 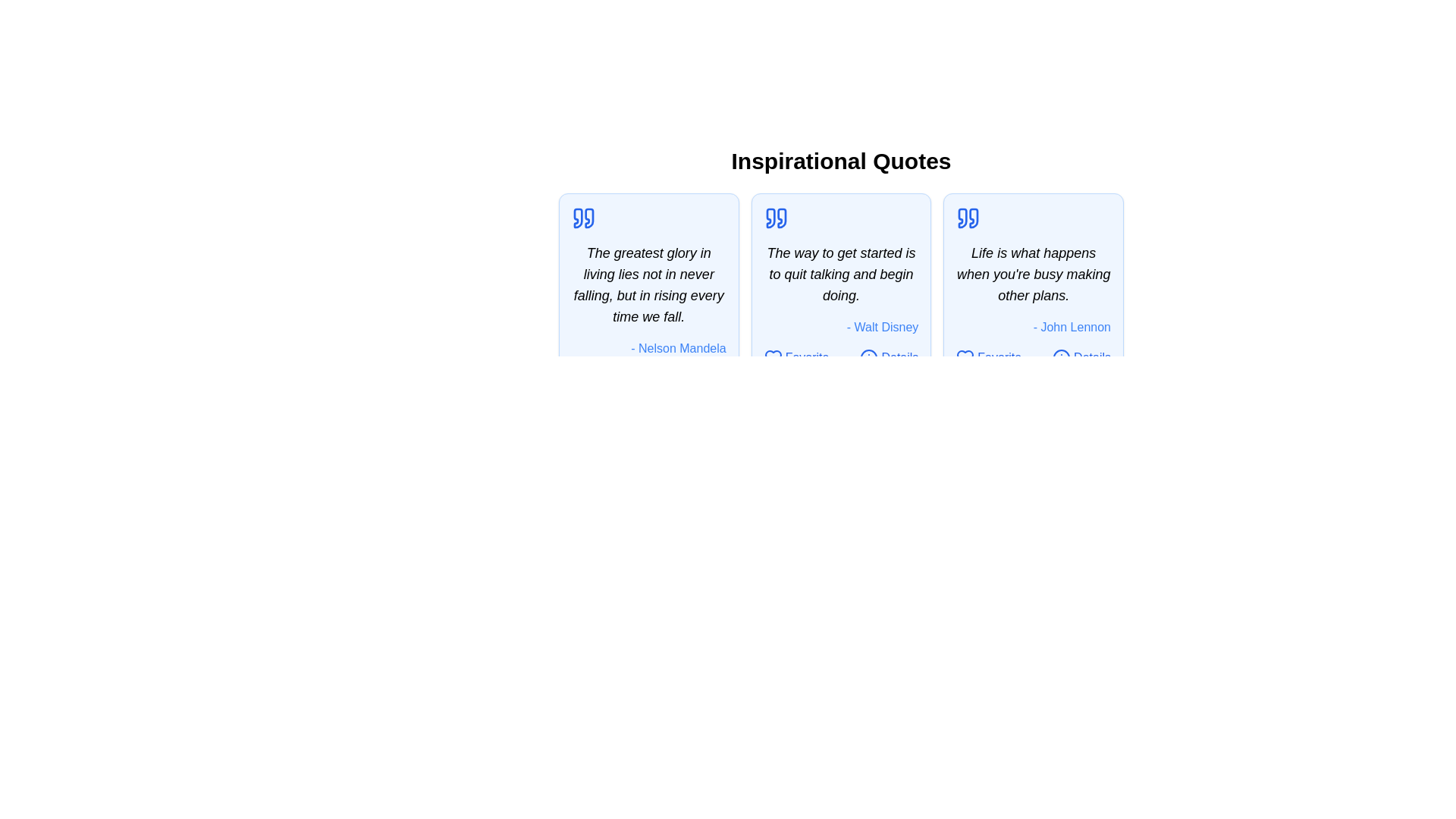 I want to click on the SVG circle that represents the information icon located in the second card of a three-card row on the page, so click(x=869, y=357).